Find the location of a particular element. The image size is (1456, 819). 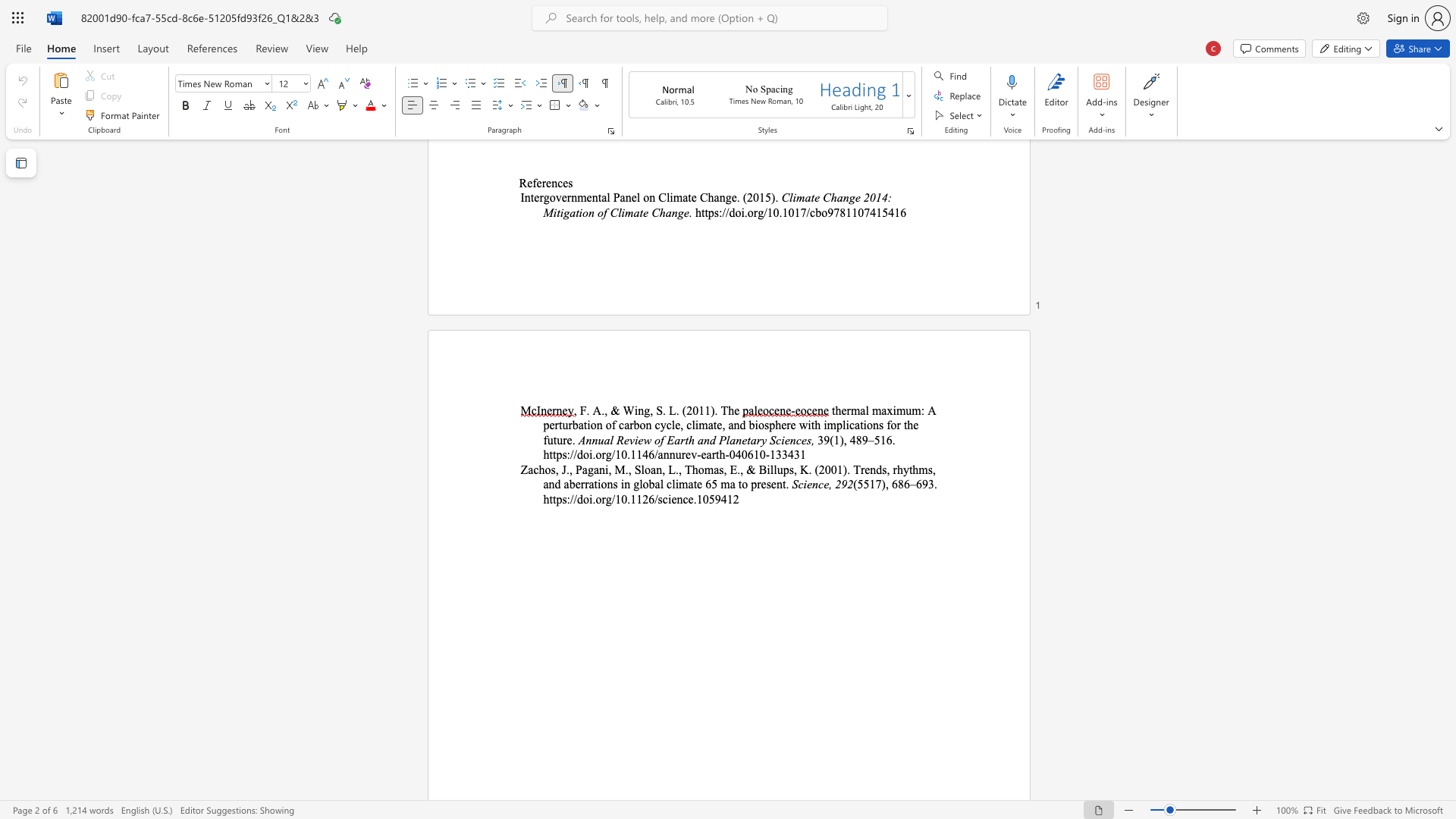

the 1th character "l" in the text is located at coordinates (642, 469).